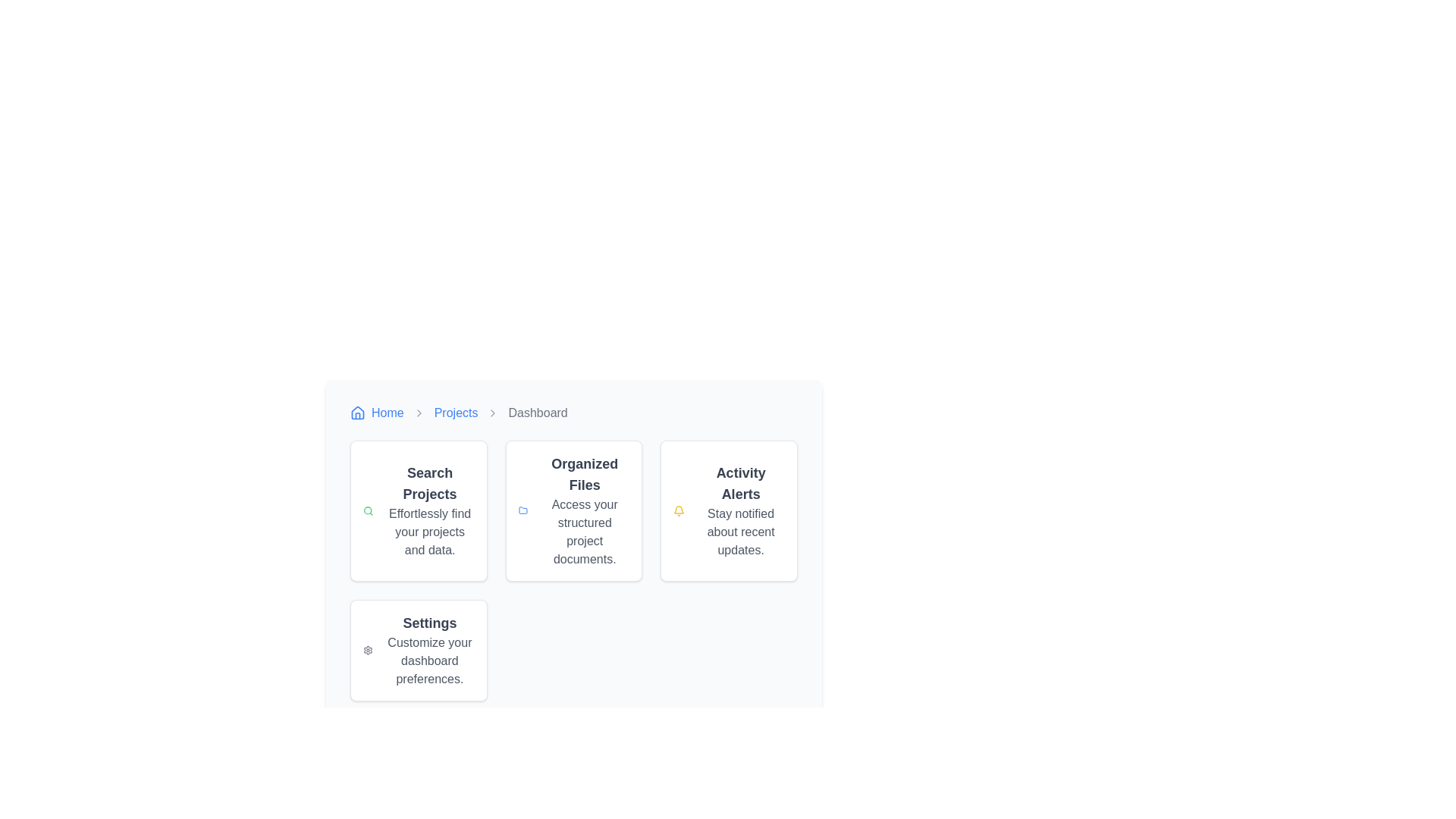 The image size is (1456, 819). What do you see at coordinates (741, 483) in the screenshot?
I see `the 'Activity Alerts' text label, which is displayed in bold, dark gray font at the top center of a card in the third column of a horizontally aligned grid of cards, below the breadcrumb navigation` at bounding box center [741, 483].